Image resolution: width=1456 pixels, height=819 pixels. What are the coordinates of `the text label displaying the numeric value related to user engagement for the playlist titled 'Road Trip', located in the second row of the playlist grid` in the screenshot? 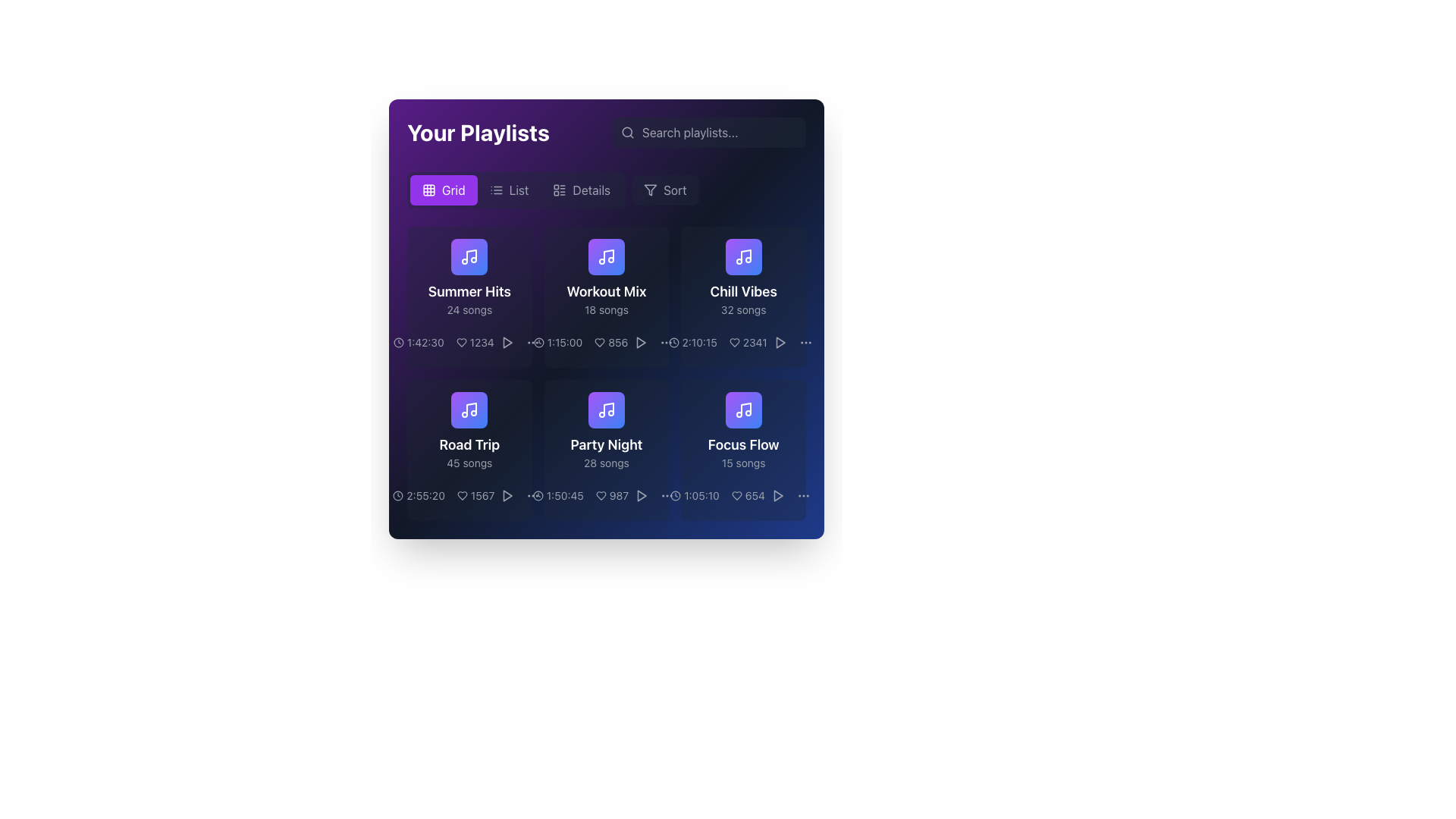 It's located at (475, 496).